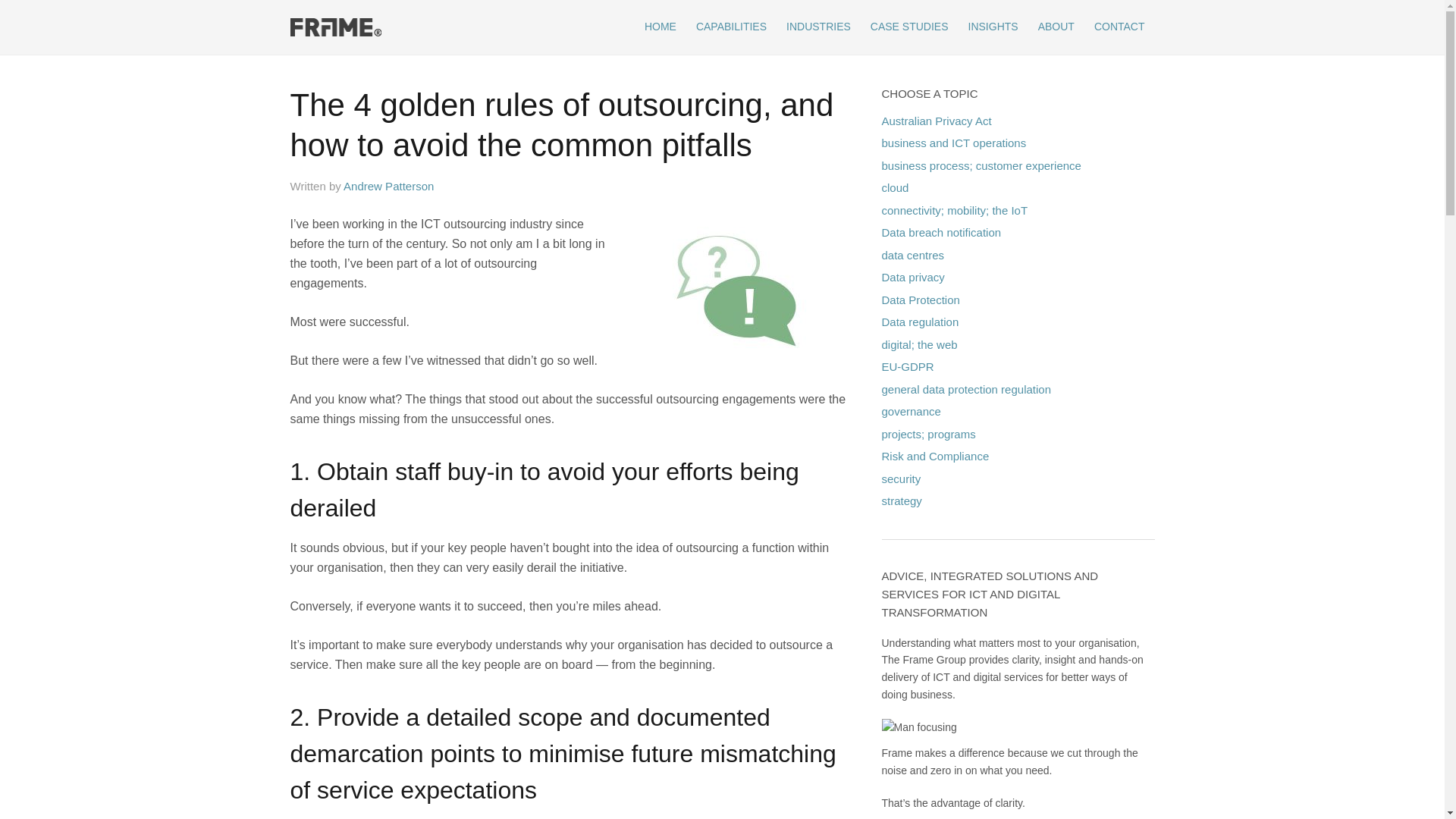 The height and width of the screenshot is (819, 1456). I want to click on 'INSIGHTS', so click(957, 26).